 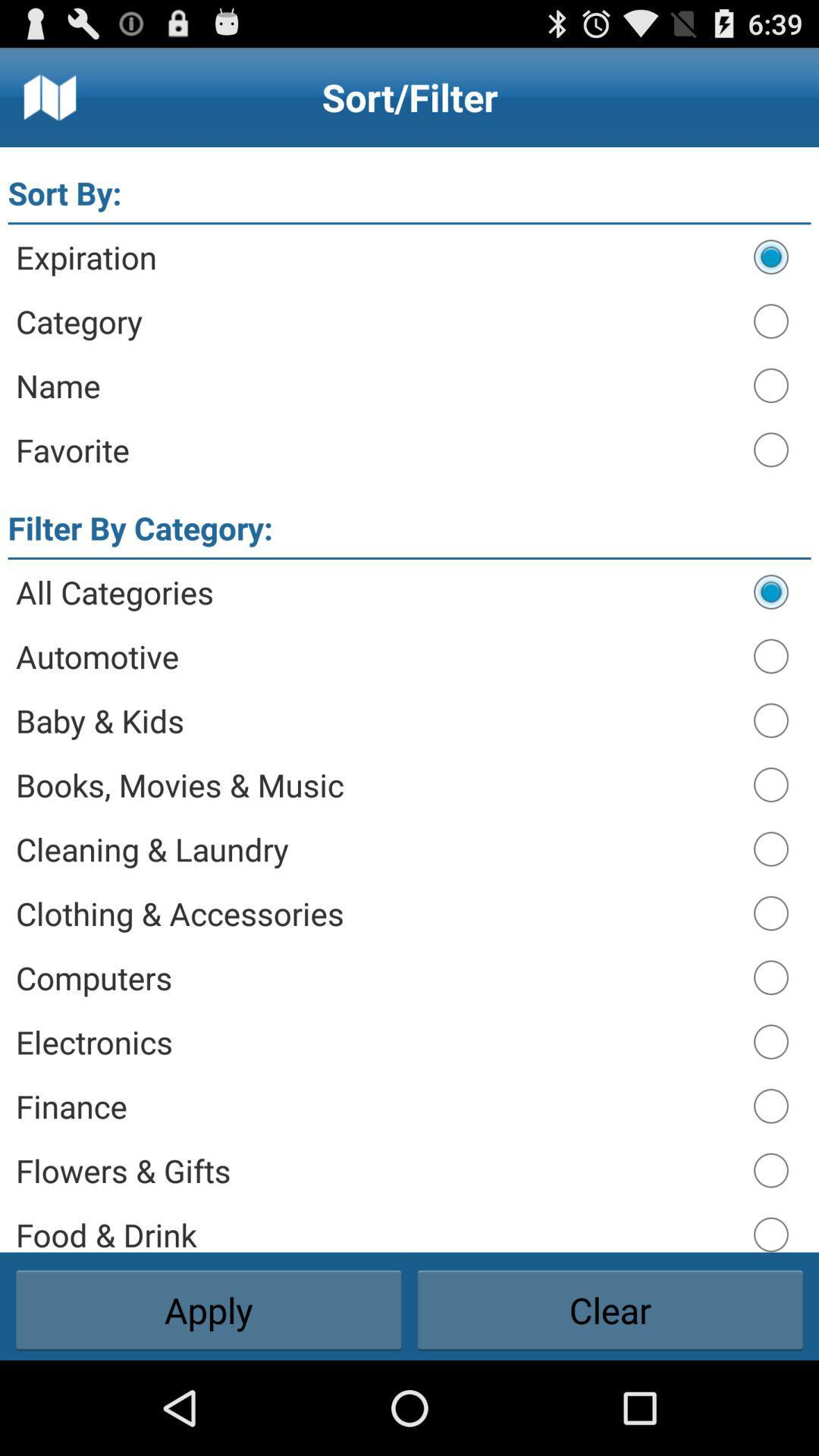 What do you see at coordinates (376, 1106) in the screenshot?
I see `the finance item` at bounding box center [376, 1106].